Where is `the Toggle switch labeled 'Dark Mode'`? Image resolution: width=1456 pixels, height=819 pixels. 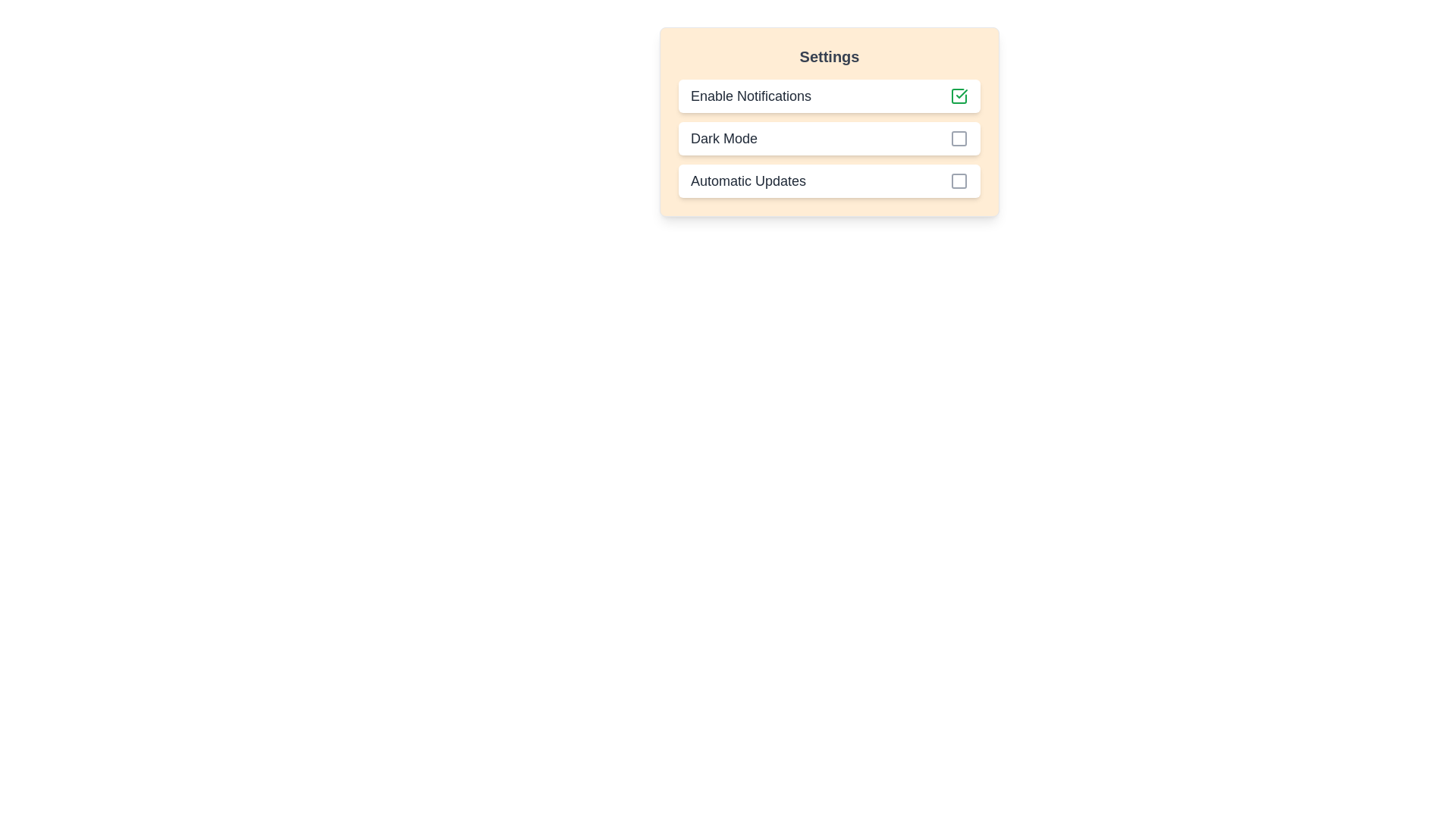
the Toggle switch labeled 'Dark Mode' is located at coordinates (829, 138).